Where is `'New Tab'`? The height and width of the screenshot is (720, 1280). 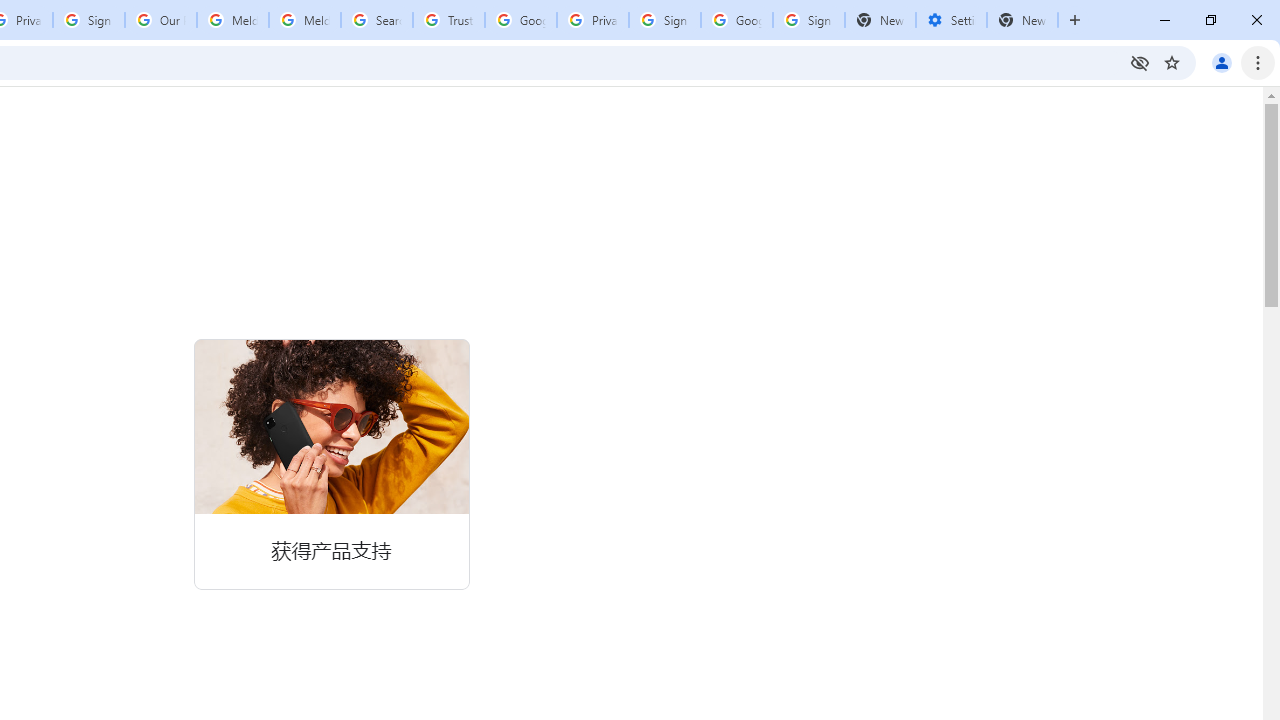 'New Tab' is located at coordinates (1022, 20).